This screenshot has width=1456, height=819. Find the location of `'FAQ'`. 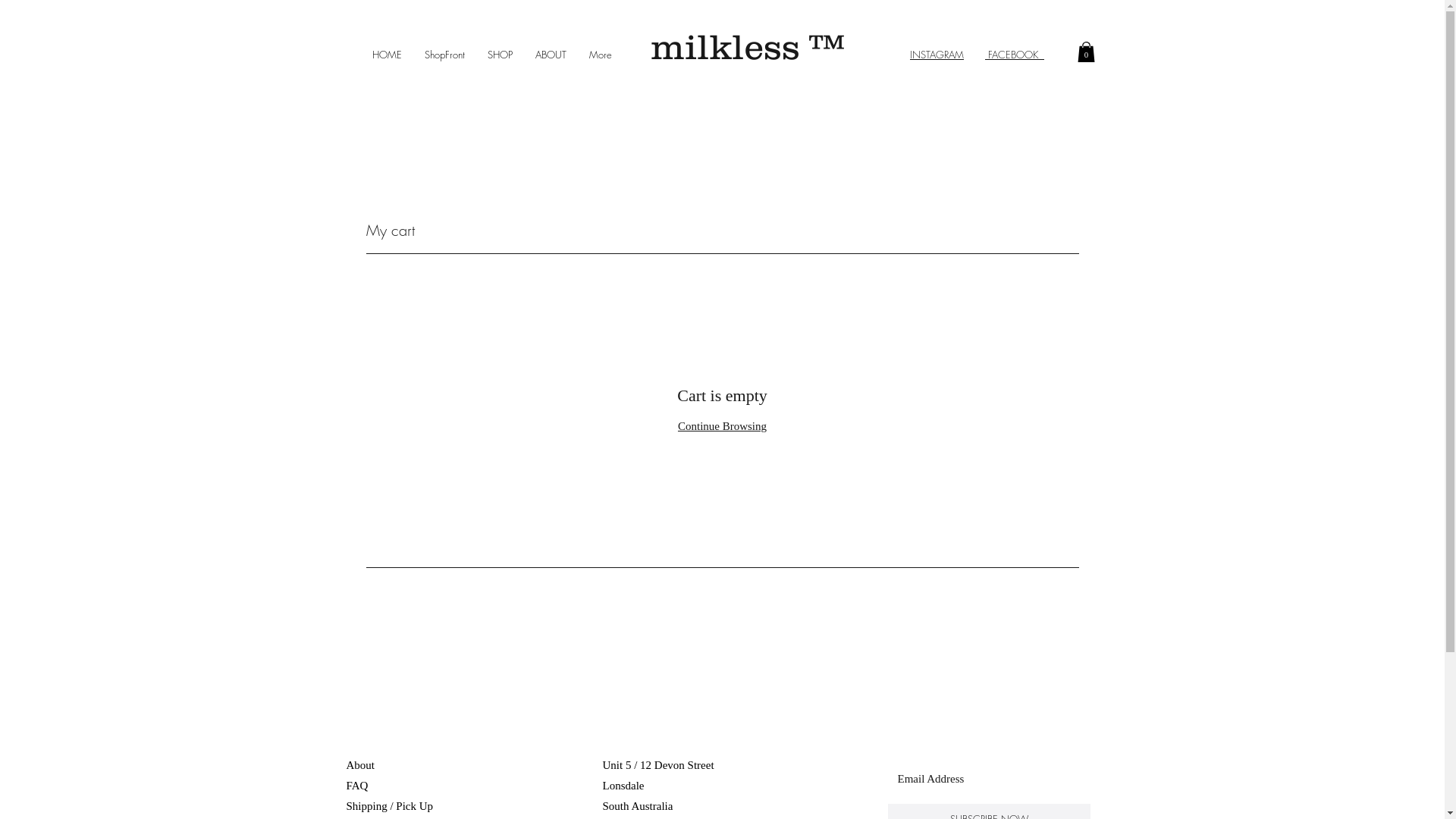

'FAQ' is located at coordinates (356, 785).